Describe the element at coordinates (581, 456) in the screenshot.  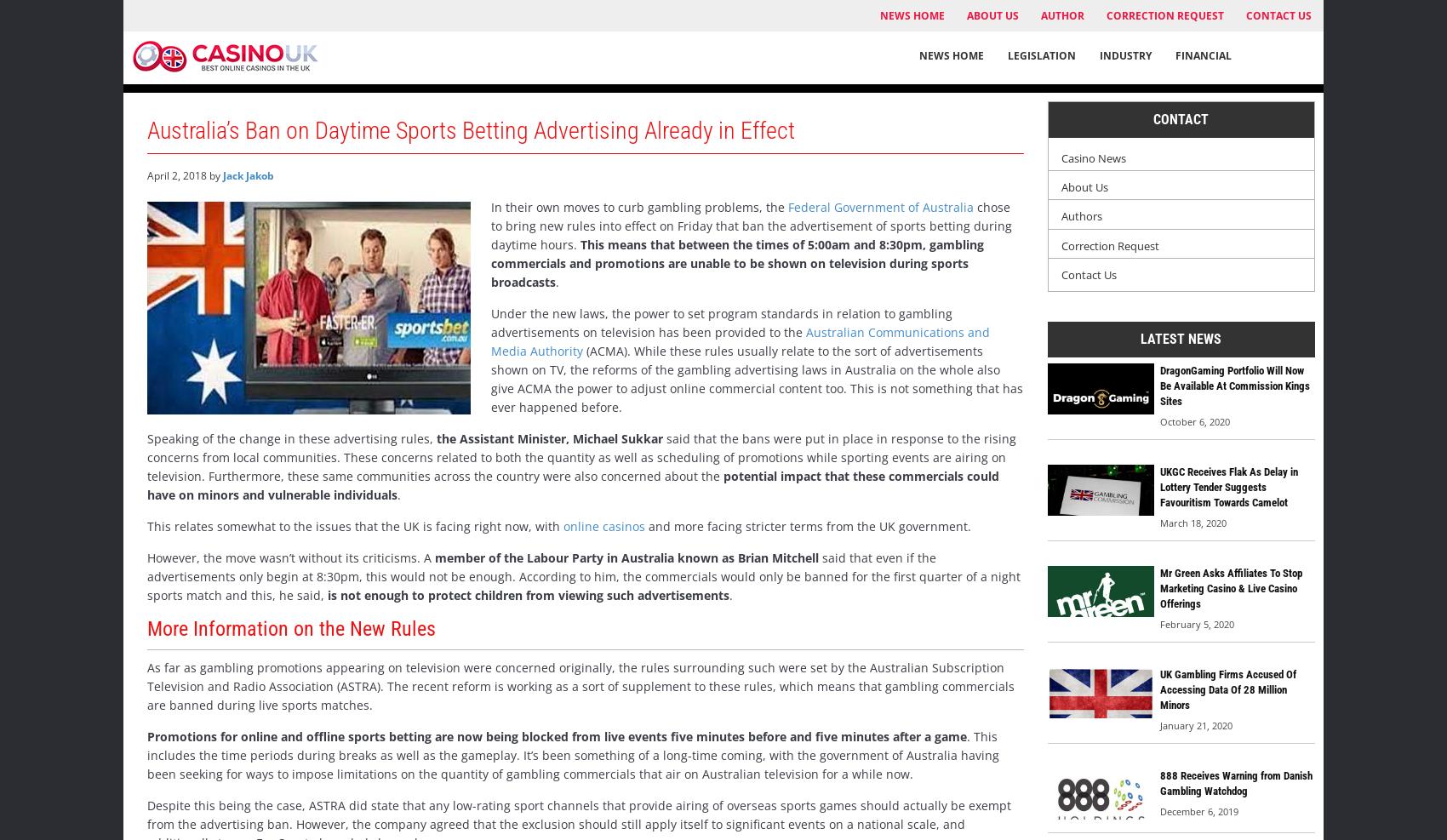
I see `'said that the bans were put in place in response to the rising concerns from local communities. These concerns related to both the quantity as well as scheduling of promotions while sporting events are airing on television. Furthermore, these same communities across the country were also concerned about the'` at that location.